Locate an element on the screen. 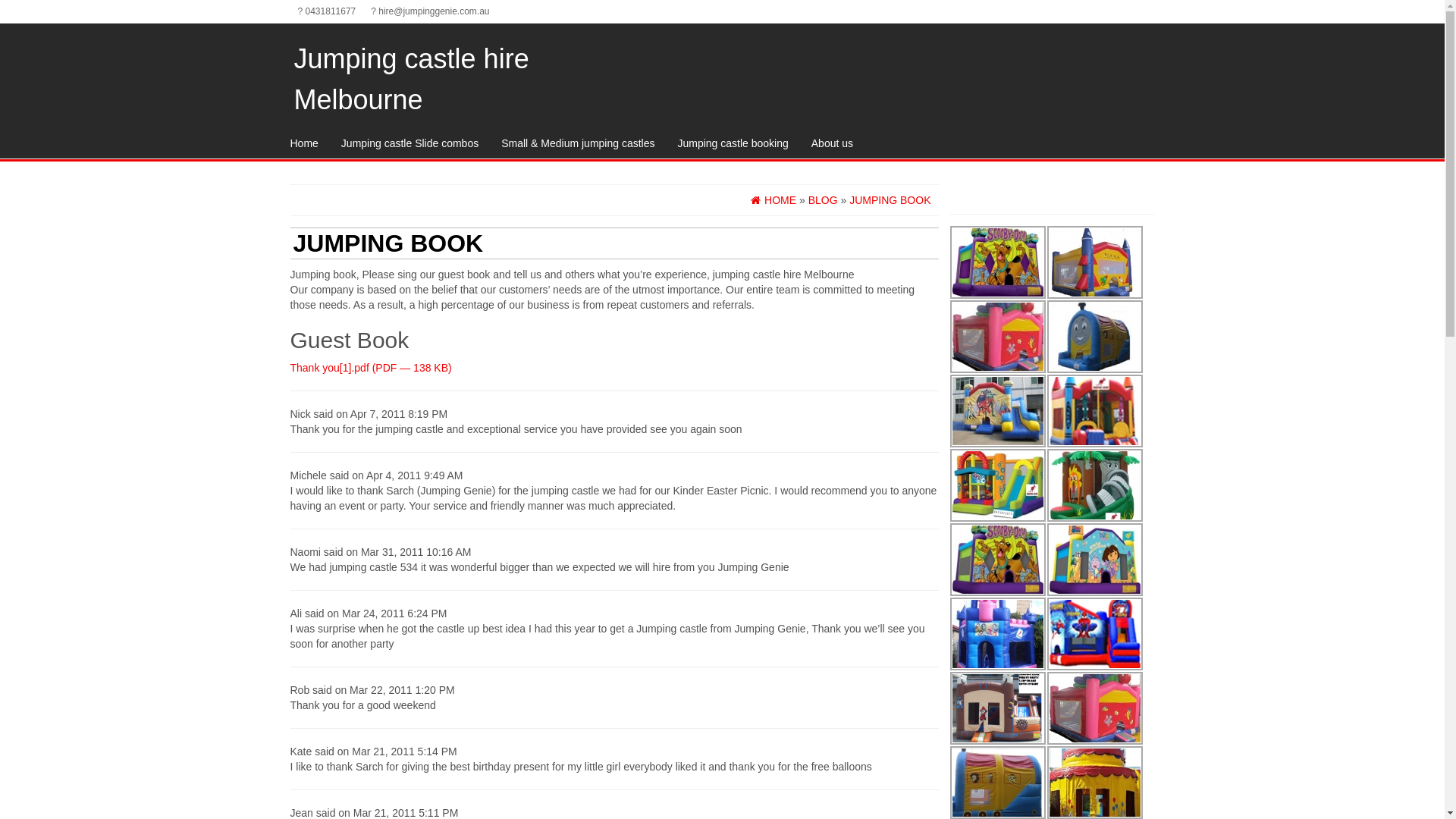 The image size is (1456, 819). 'HOME' is located at coordinates (773, 199).